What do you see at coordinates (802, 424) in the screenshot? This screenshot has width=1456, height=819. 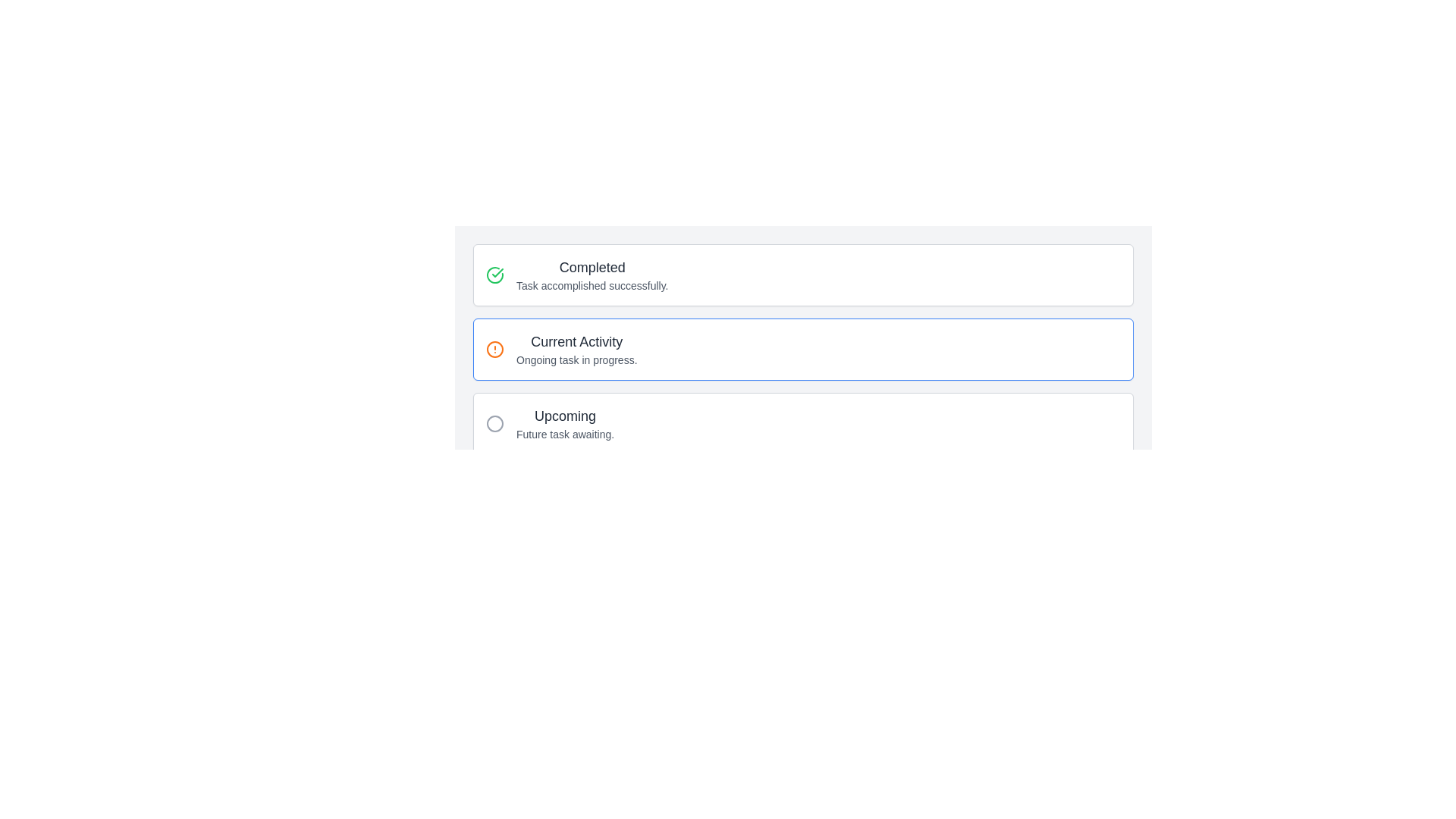 I see `the task category card located at the bottom of the vertical stack for more options` at bounding box center [802, 424].